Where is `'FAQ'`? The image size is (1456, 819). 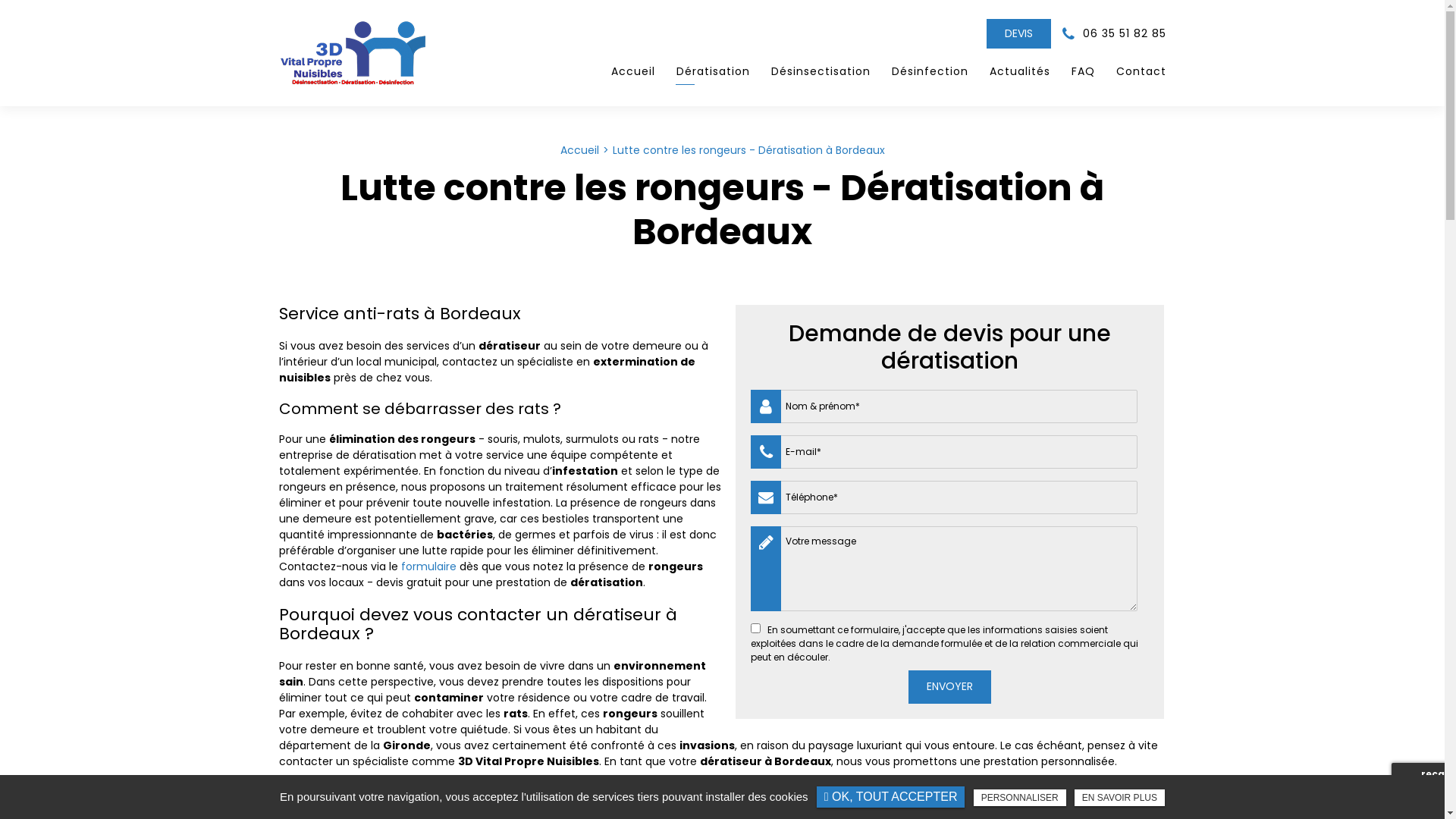 'FAQ' is located at coordinates (1059, 71).